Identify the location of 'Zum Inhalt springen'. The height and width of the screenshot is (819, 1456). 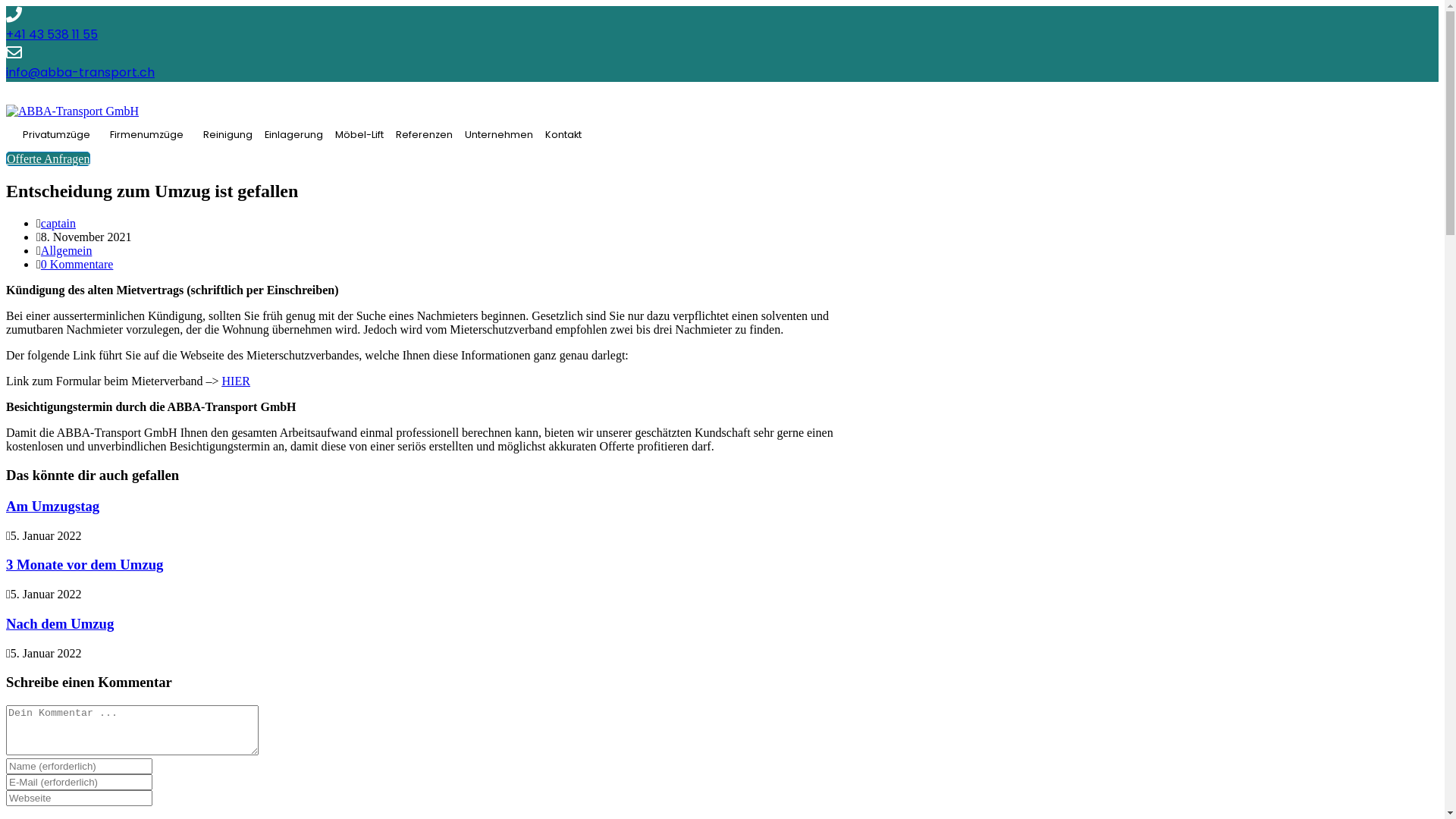
(5, 5).